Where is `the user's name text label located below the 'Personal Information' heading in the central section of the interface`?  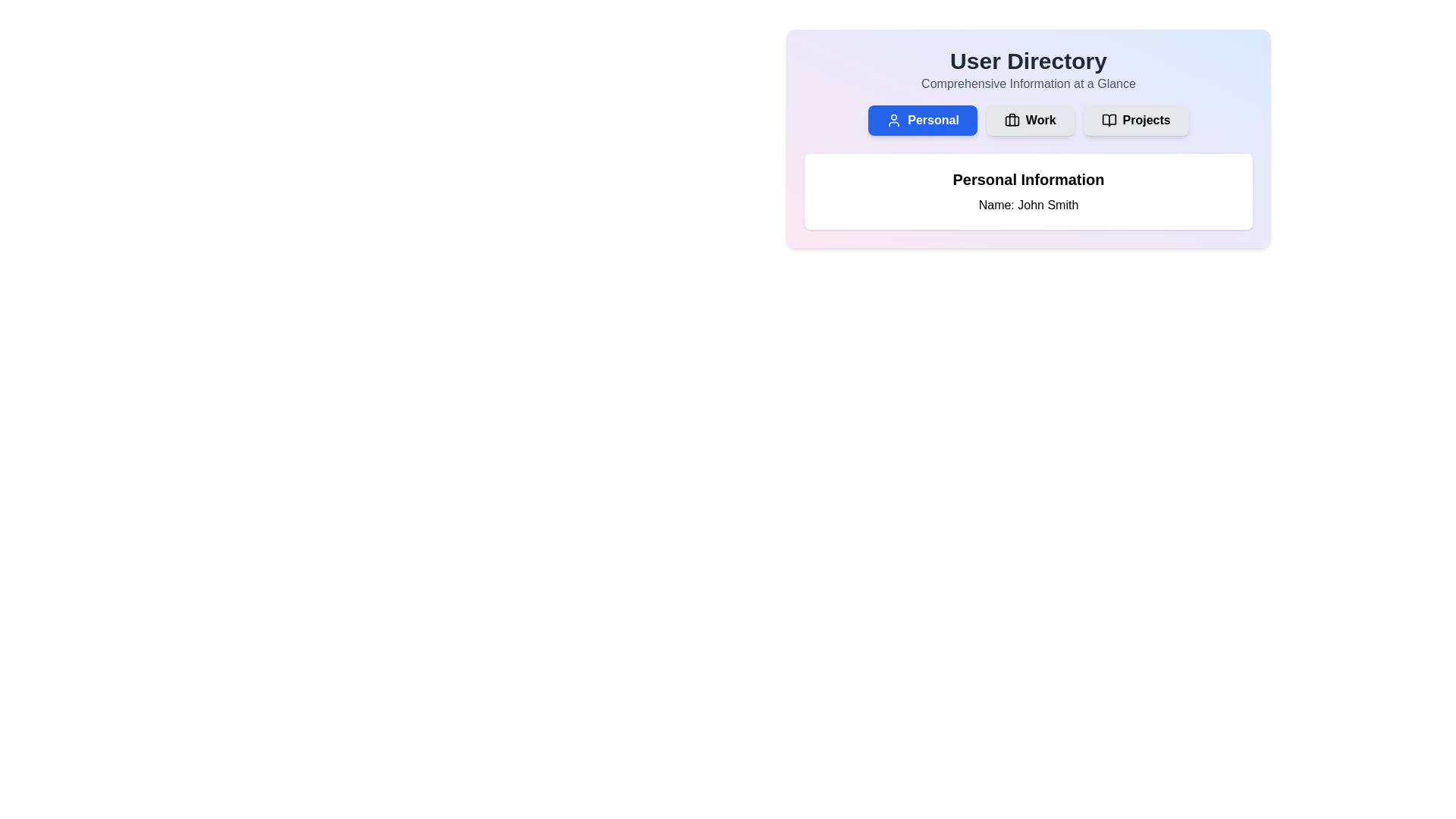
the user's name text label located below the 'Personal Information' heading in the central section of the interface is located at coordinates (1028, 205).